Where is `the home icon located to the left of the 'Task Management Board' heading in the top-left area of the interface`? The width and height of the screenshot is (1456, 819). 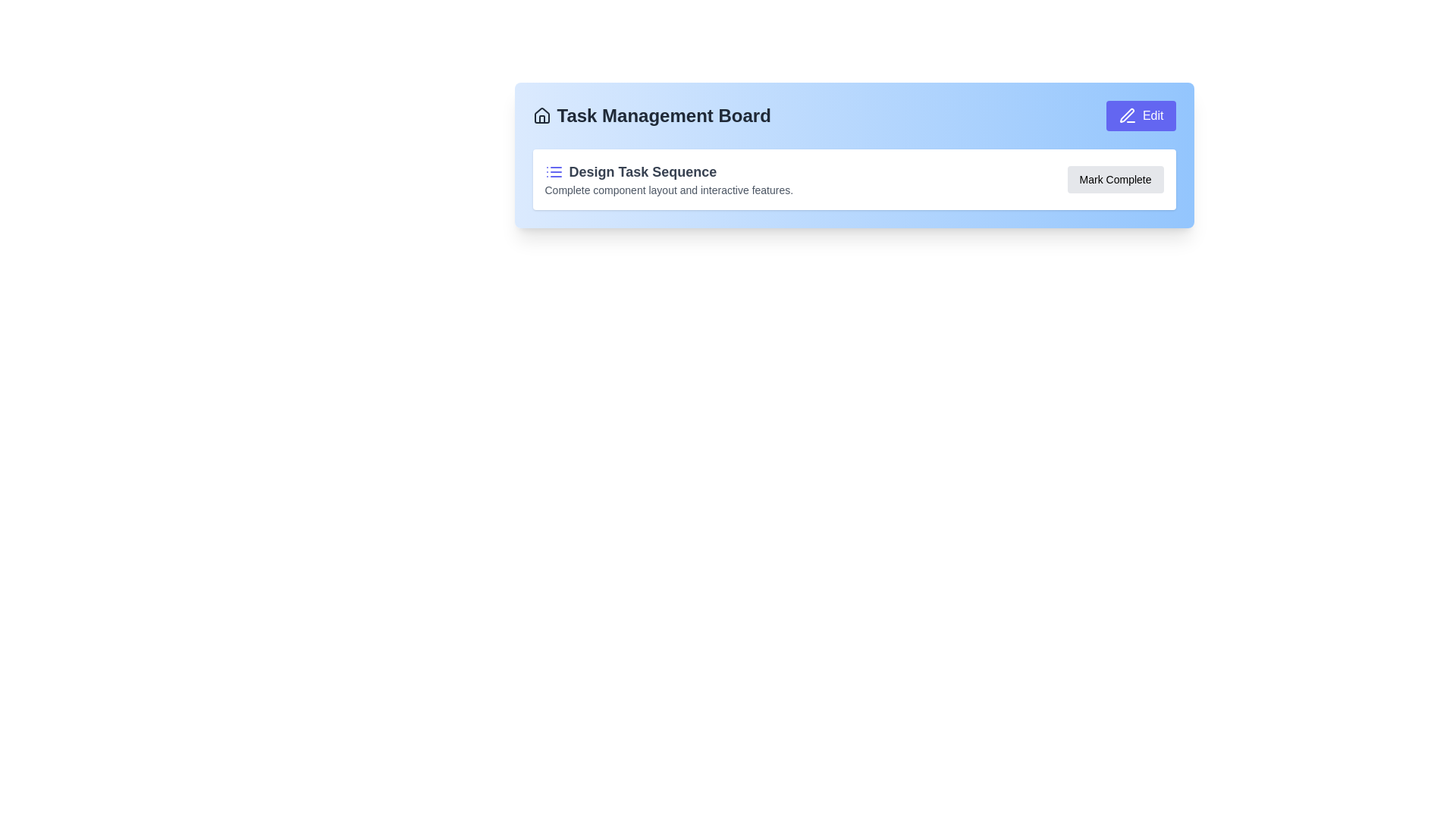
the home icon located to the left of the 'Task Management Board' heading in the top-left area of the interface is located at coordinates (541, 115).